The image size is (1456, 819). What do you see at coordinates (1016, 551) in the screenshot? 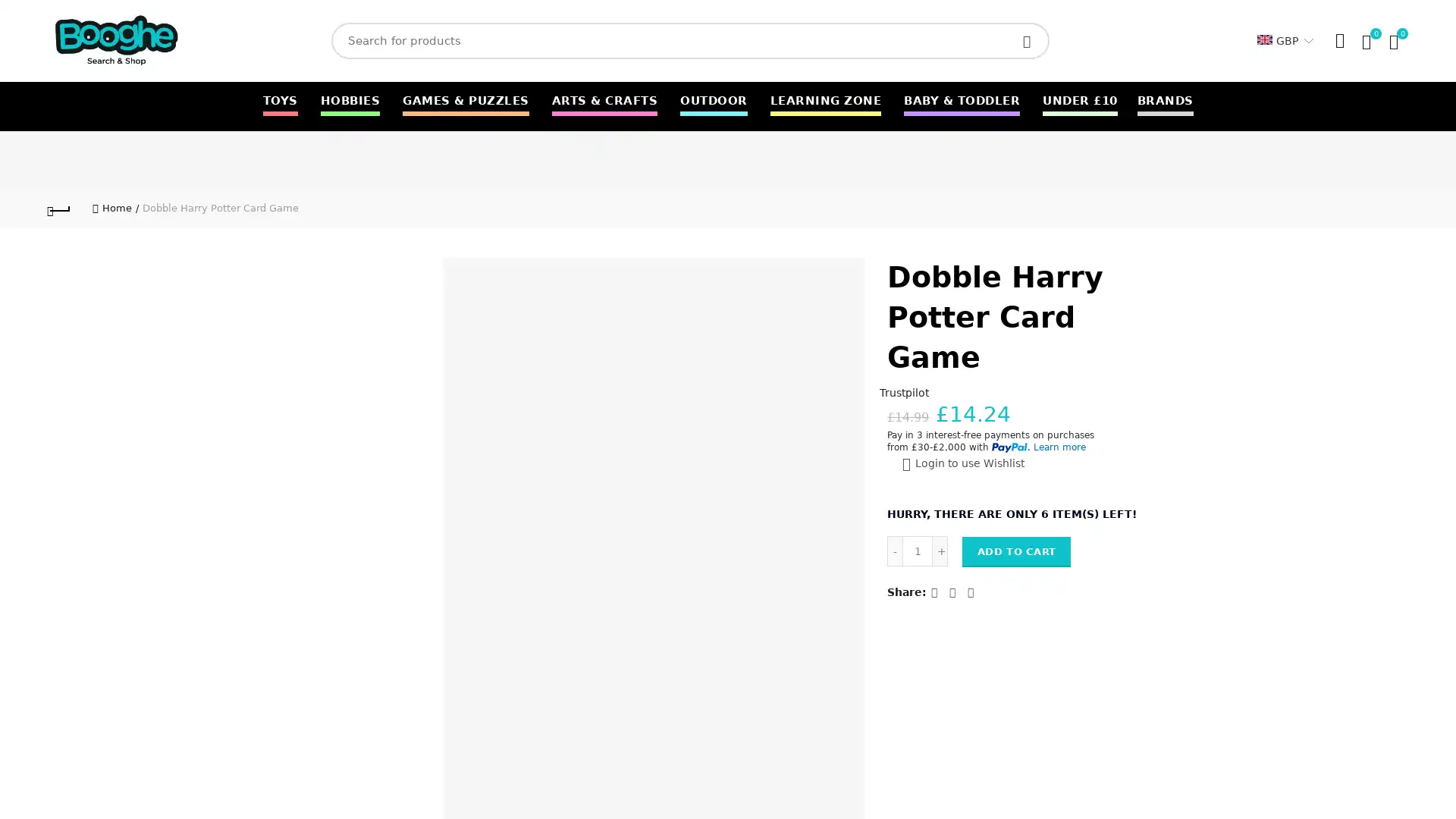
I see `ADD TO CART` at bounding box center [1016, 551].